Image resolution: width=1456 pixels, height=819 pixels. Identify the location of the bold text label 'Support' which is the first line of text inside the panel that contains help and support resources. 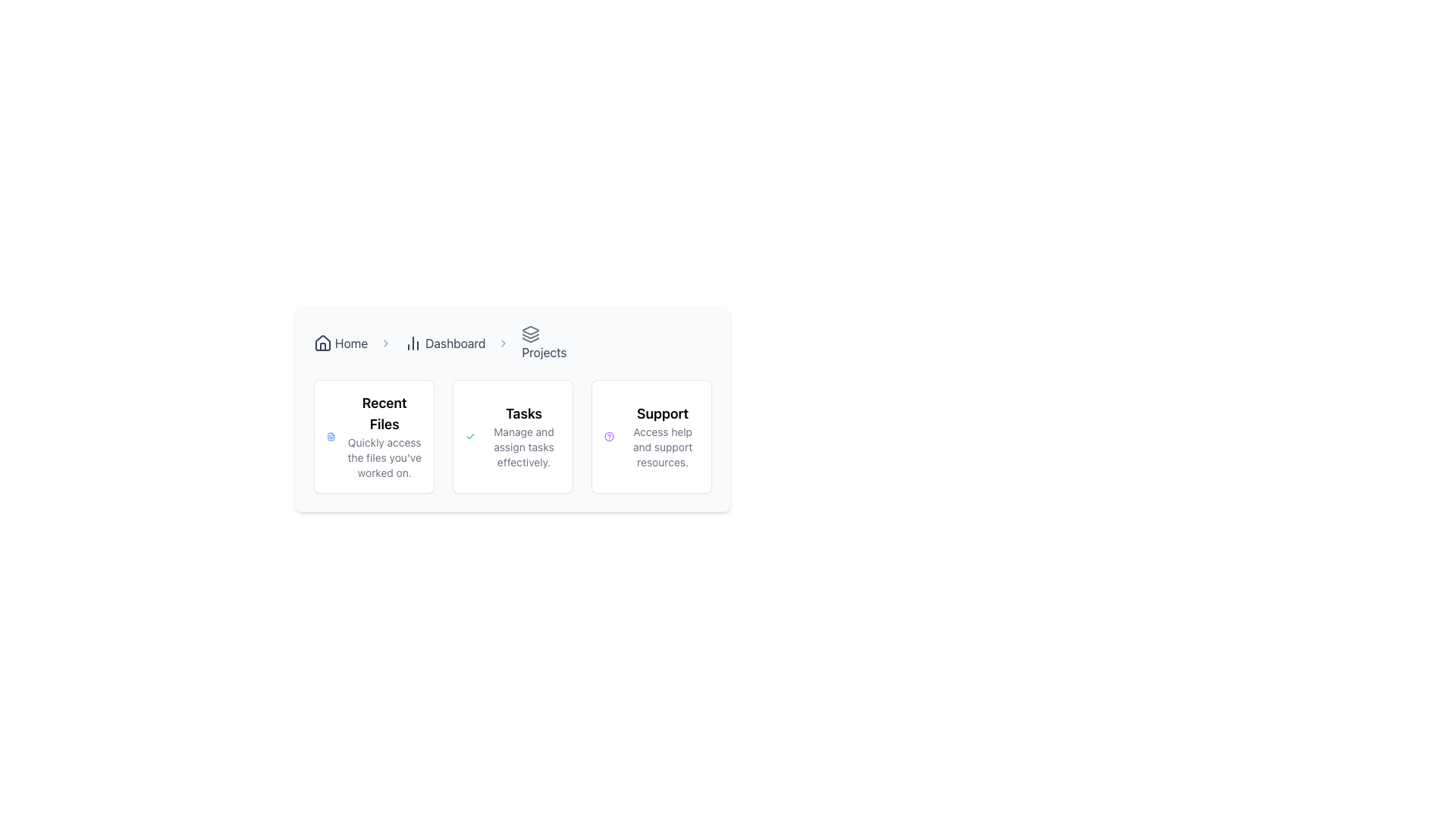
(663, 414).